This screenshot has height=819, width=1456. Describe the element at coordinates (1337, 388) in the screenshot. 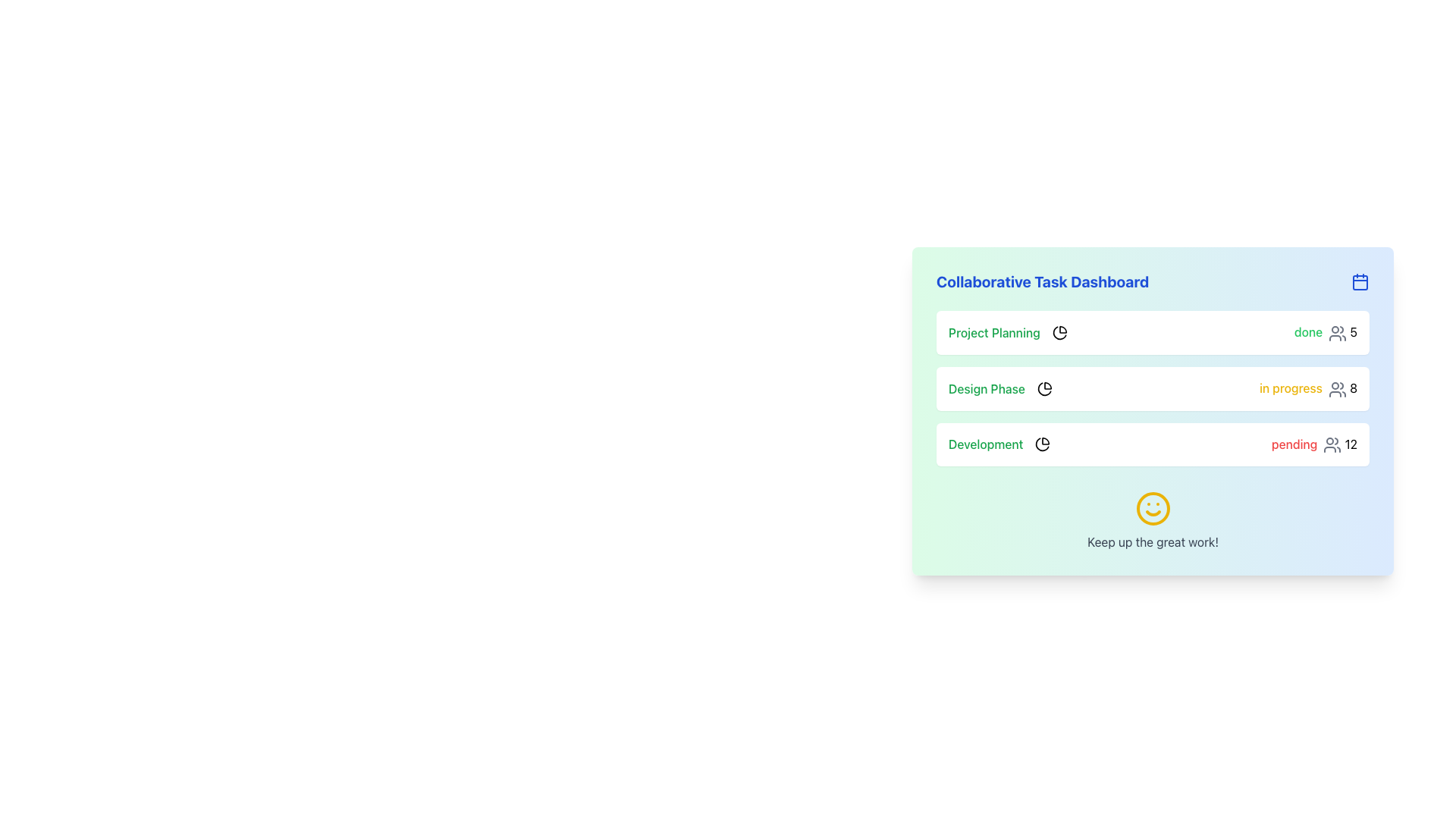

I see `the second icon representing two stylized human figures in the 'Design Phase' row, which is adjacent to the 'in progress 8' label` at that location.